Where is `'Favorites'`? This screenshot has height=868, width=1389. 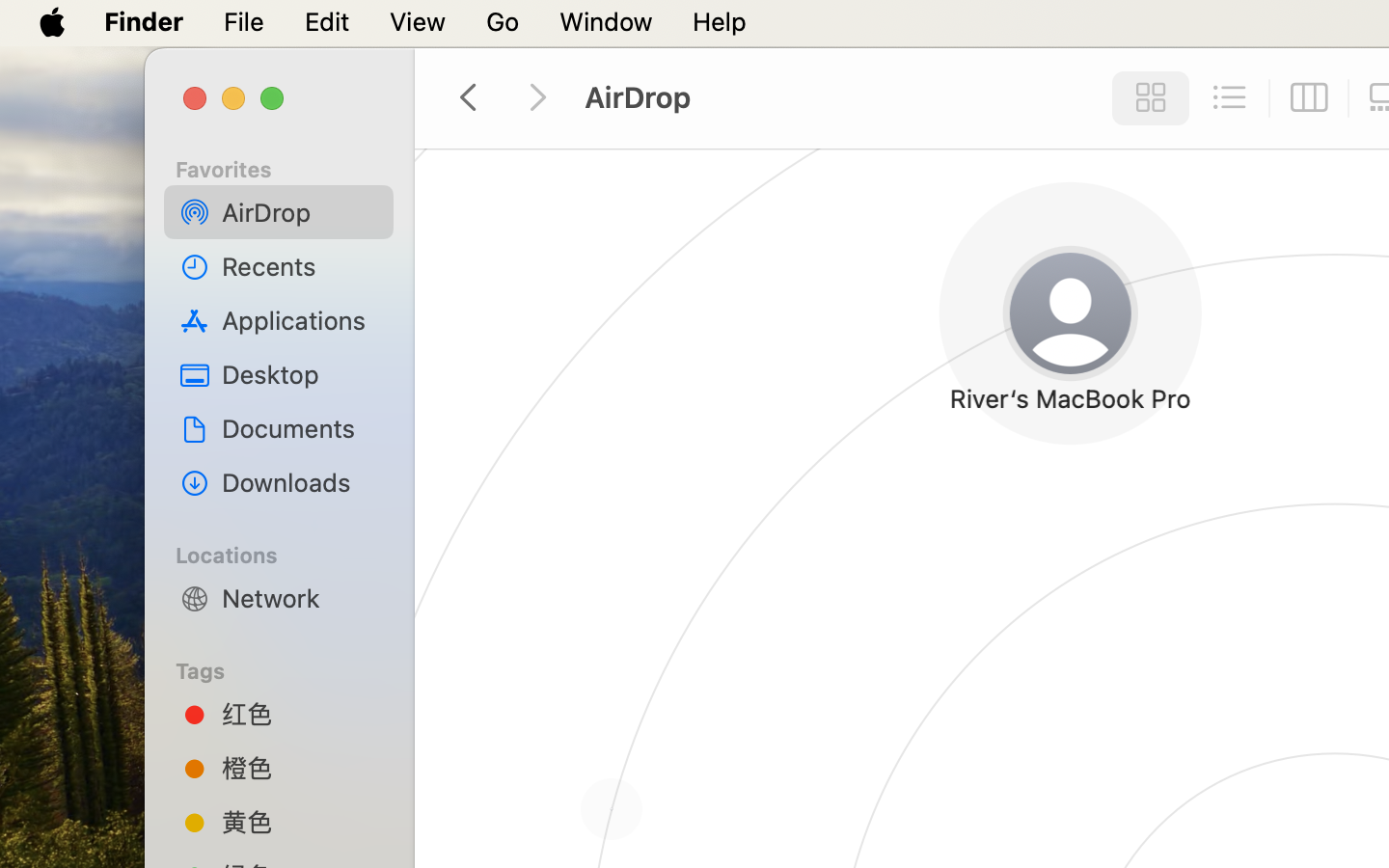
'Favorites' is located at coordinates (288, 166).